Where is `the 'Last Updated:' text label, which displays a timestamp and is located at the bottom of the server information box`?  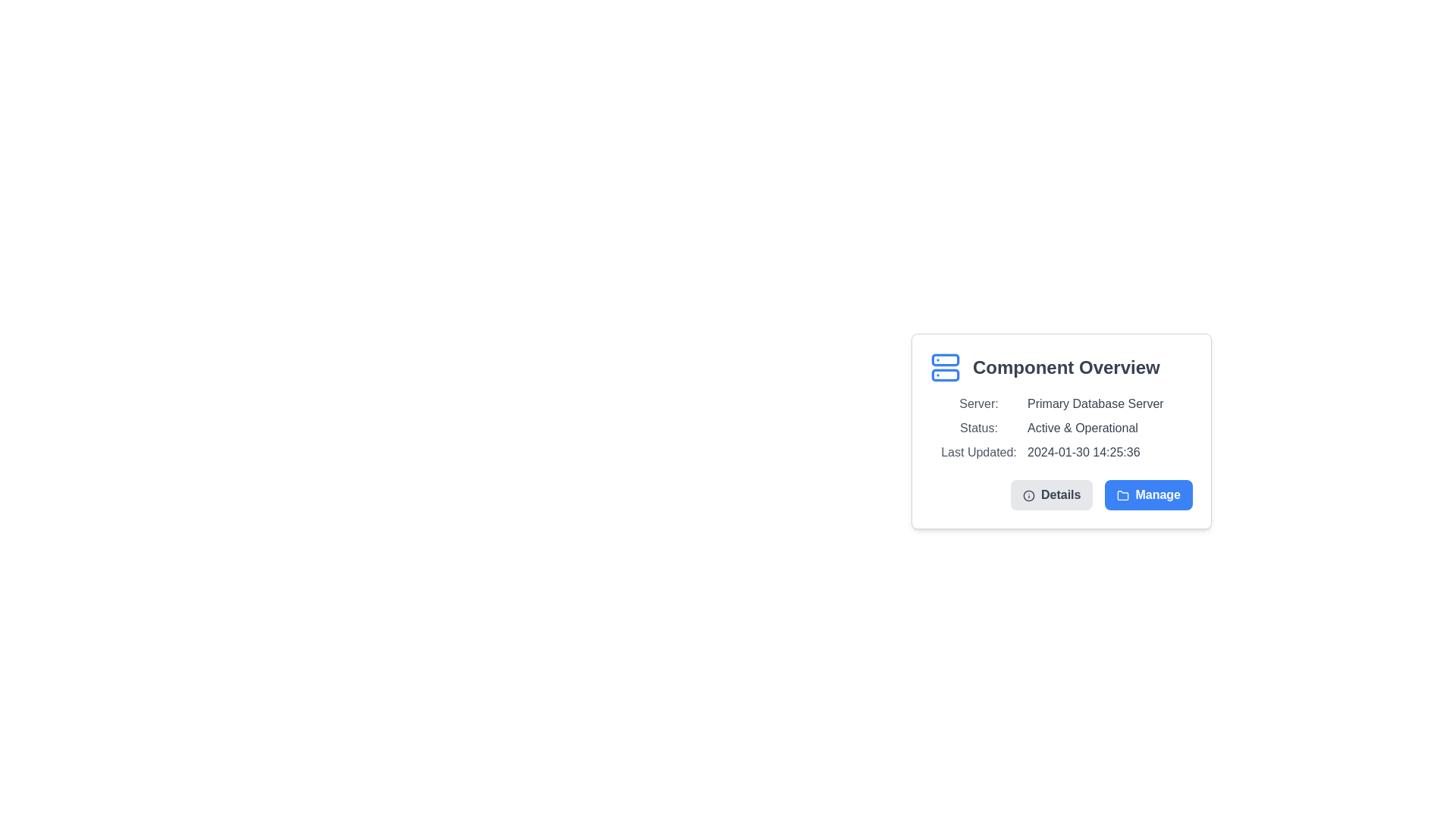 the 'Last Updated:' text label, which displays a timestamp and is located at the bottom of the server information box is located at coordinates (1061, 452).